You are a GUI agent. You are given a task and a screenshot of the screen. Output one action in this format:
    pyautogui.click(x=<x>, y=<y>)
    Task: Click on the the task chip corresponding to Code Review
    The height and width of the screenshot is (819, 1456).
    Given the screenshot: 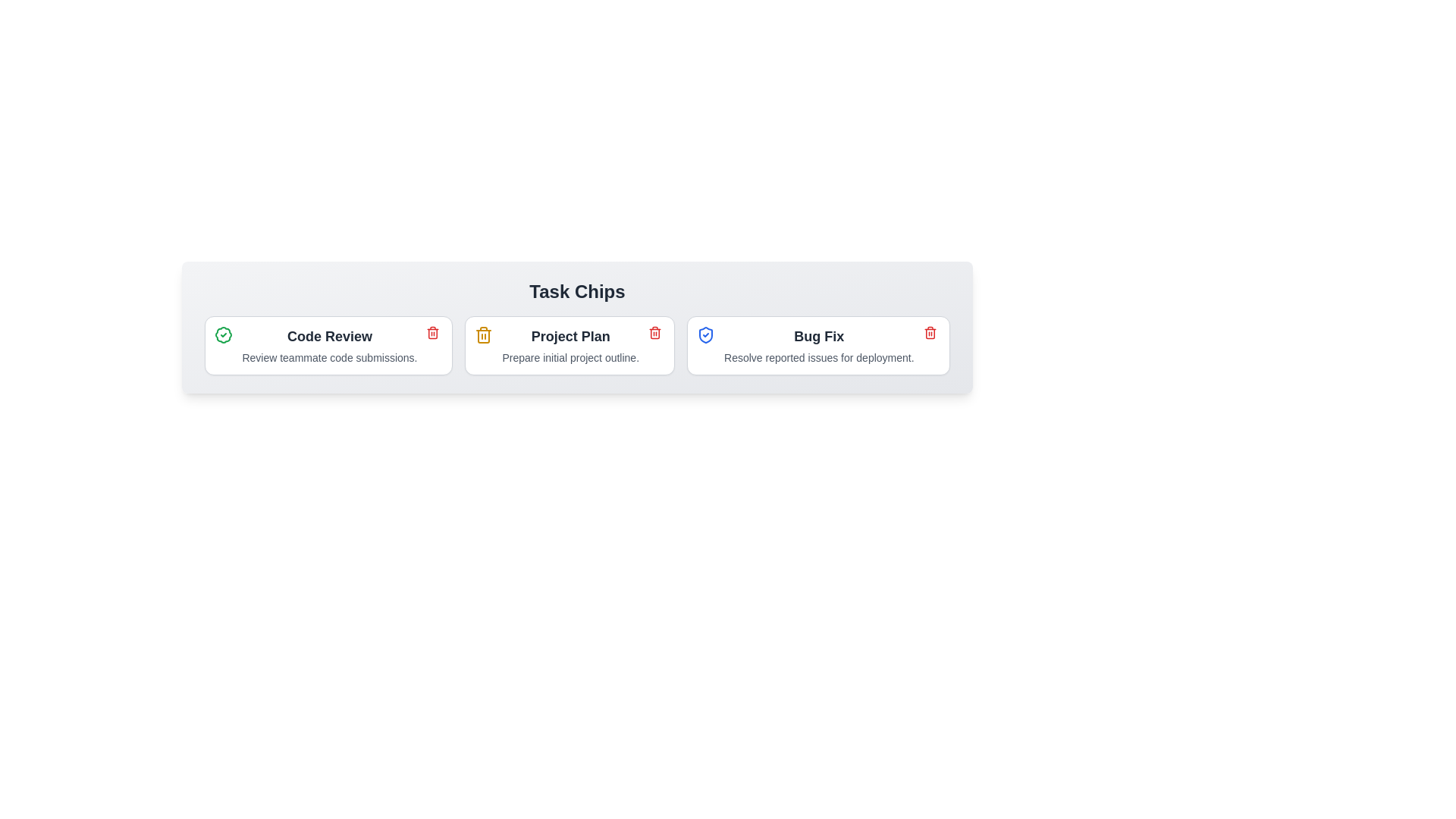 What is the action you would take?
    pyautogui.click(x=328, y=345)
    